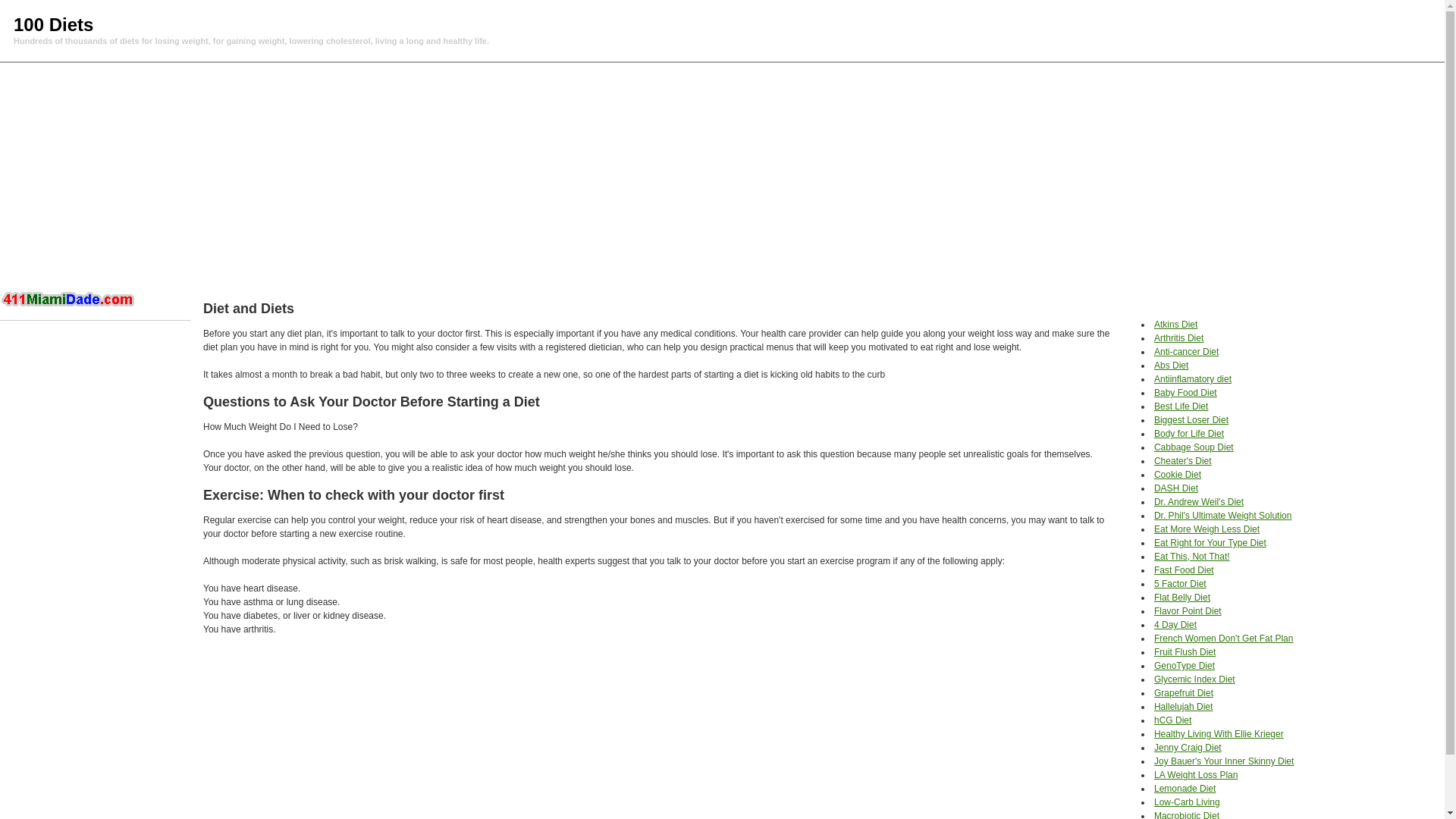  Describe the element at coordinates (1182, 693) in the screenshot. I see `'Grapefruit Diet'` at that location.